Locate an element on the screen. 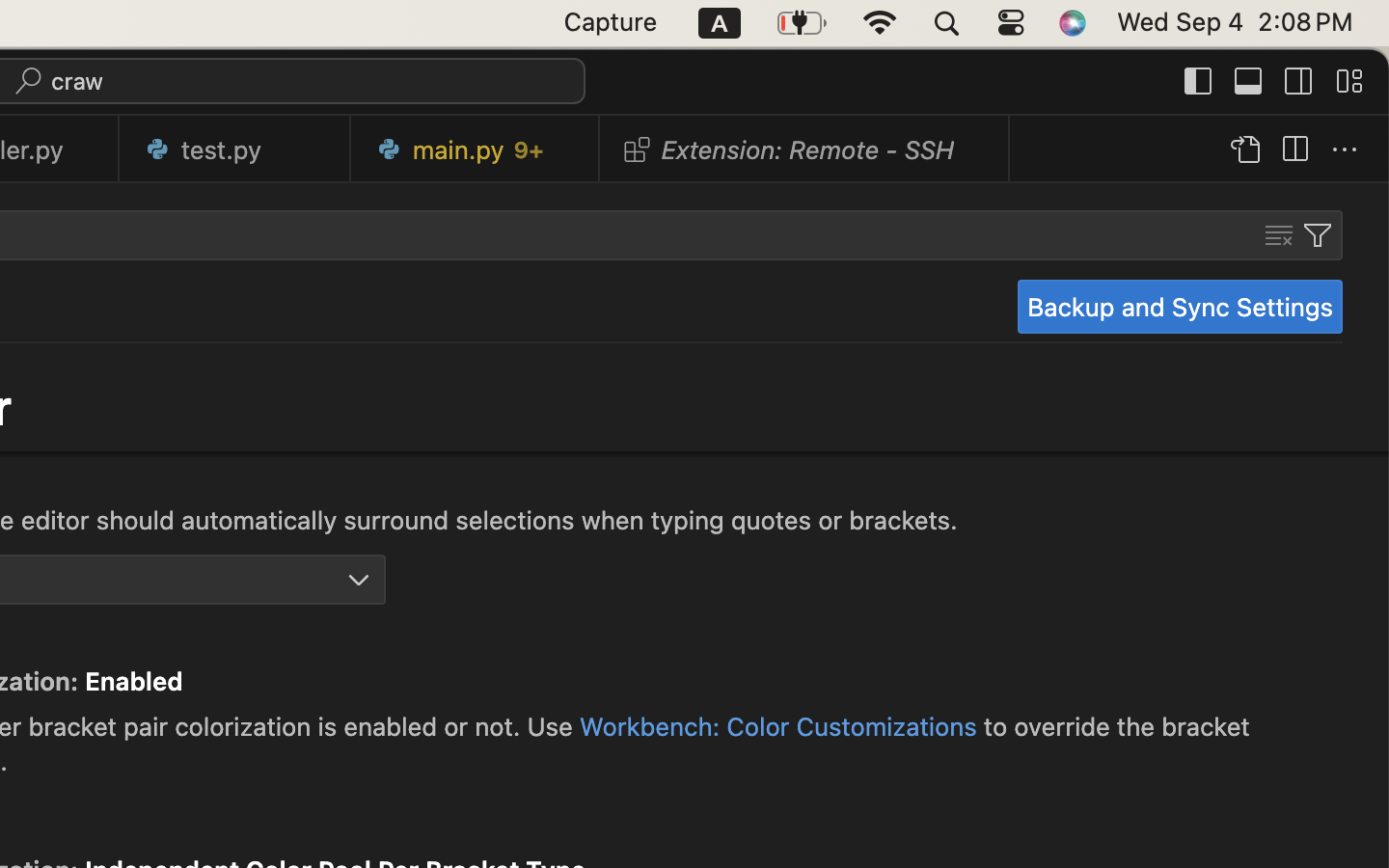 The height and width of the screenshot is (868, 1389). '0 main.py   9+' is located at coordinates (475, 149).